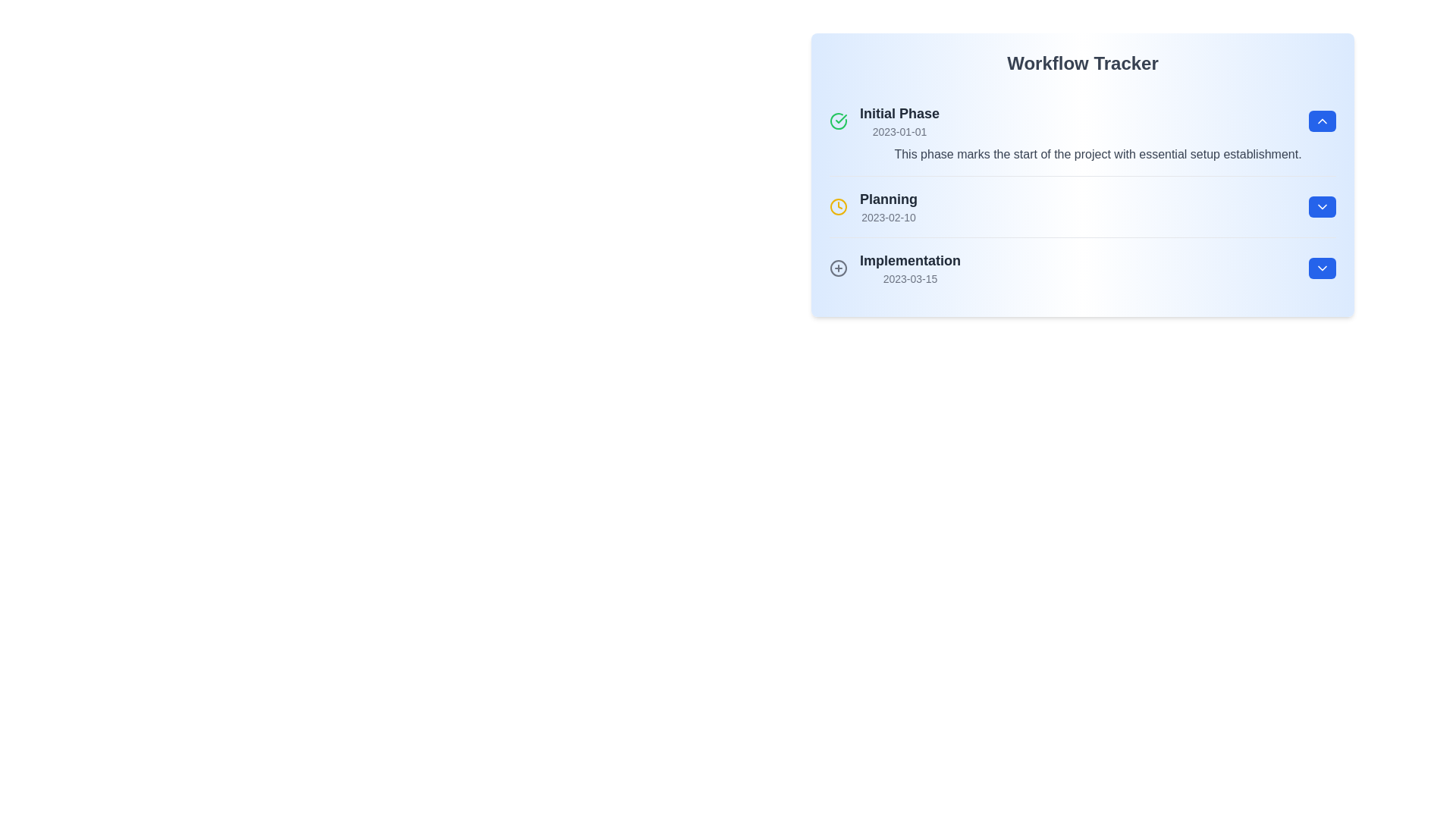 The width and height of the screenshot is (1456, 819). Describe the element at coordinates (899, 120) in the screenshot. I see `text from the Text label in the 'Workflow Tracker' section, located to the right of the circular green checkmark icon` at that location.